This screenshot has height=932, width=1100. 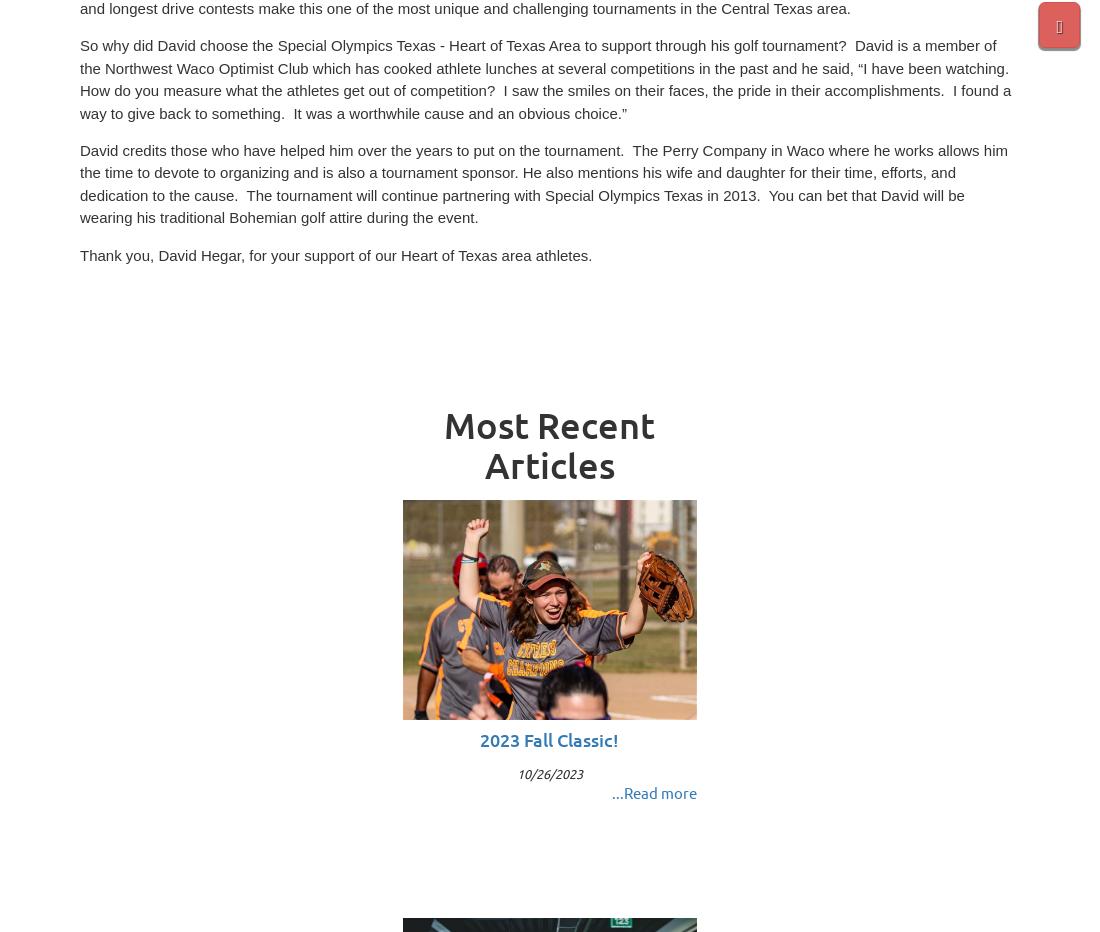 I want to click on 'So why did David choose the', so click(x=177, y=44).